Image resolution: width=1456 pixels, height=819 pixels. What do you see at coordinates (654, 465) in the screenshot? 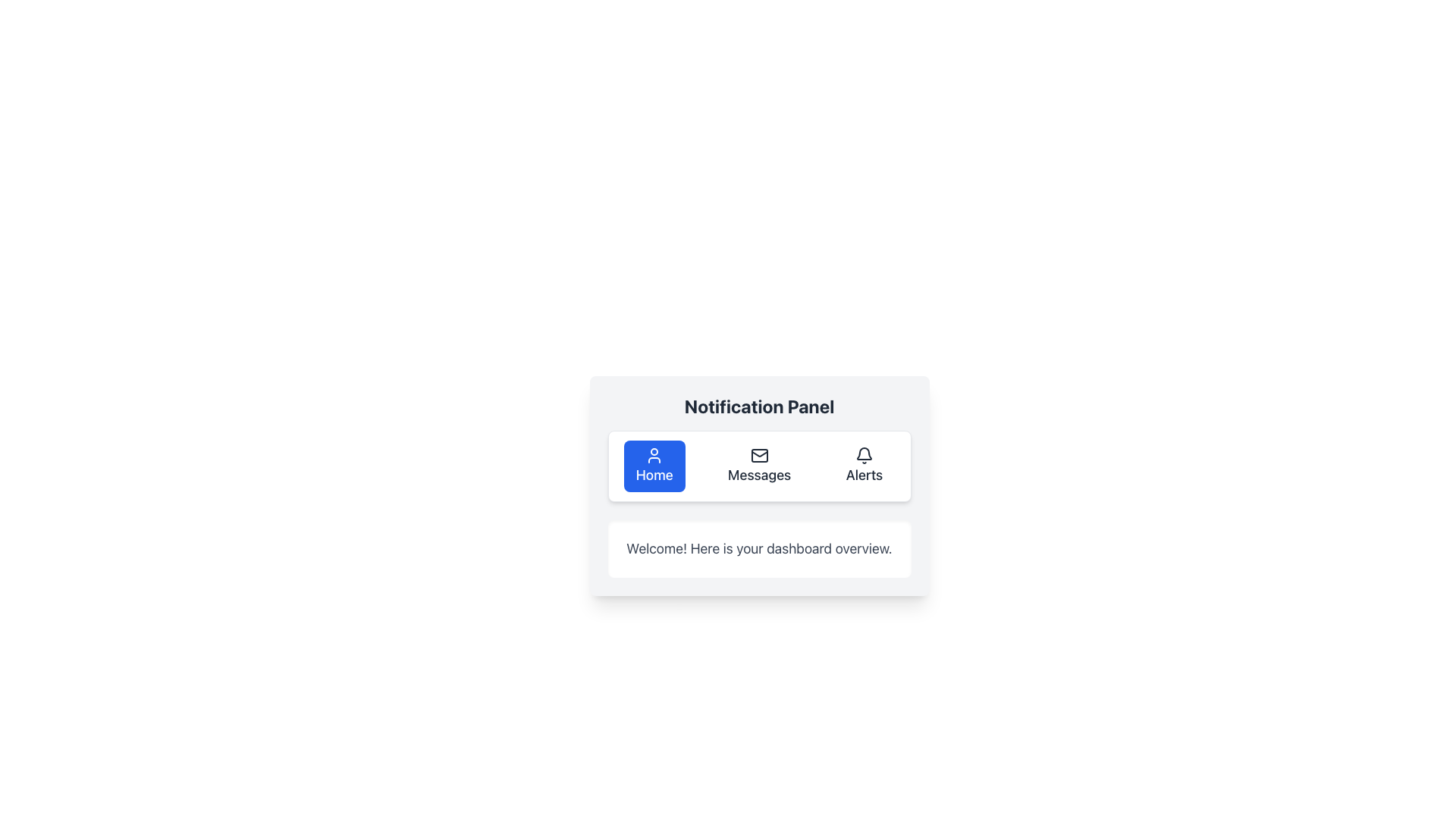
I see `the Home button in the Notification Panel` at bounding box center [654, 465].